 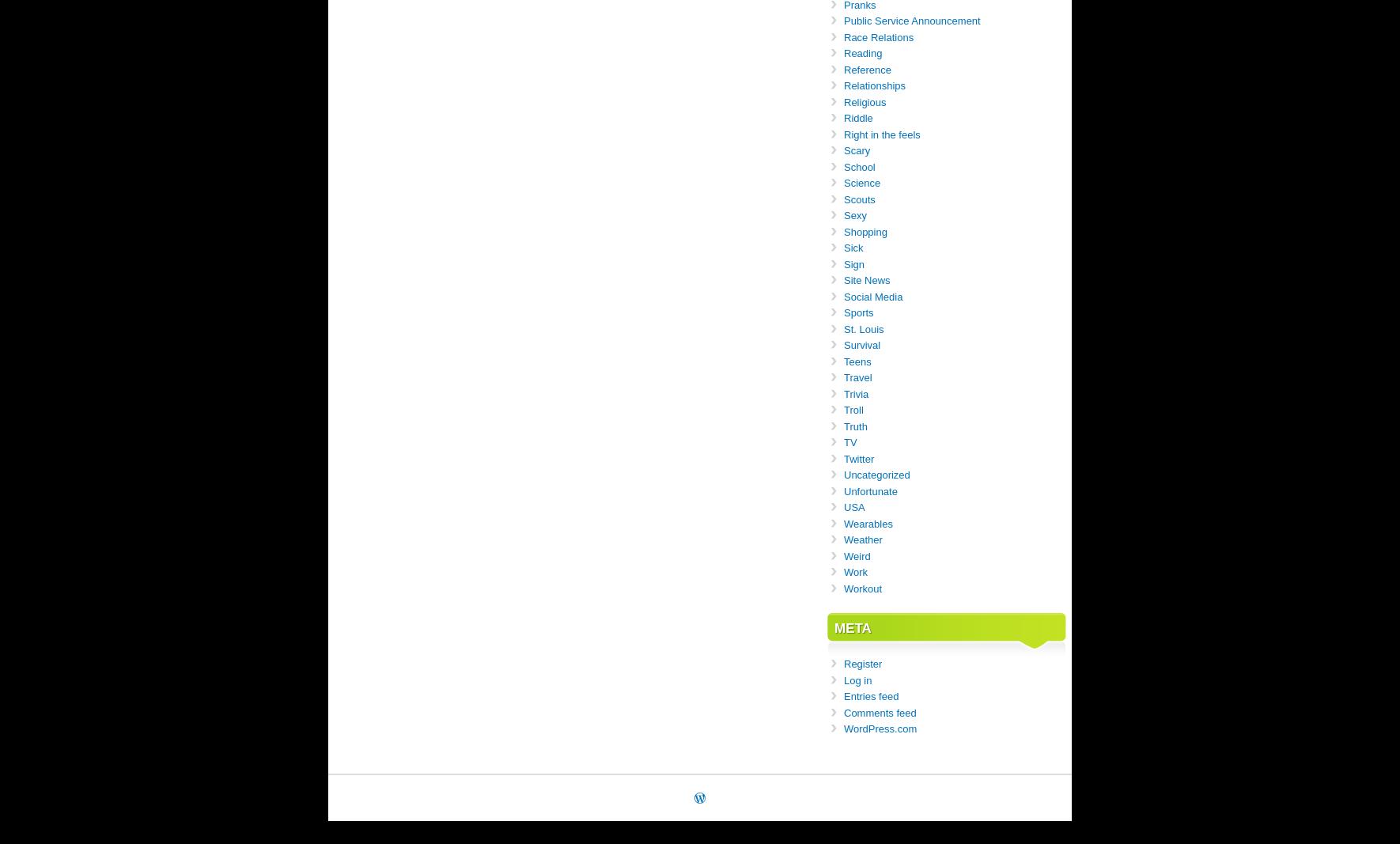 What do you see at coordinates (856, 571) in the screenshot?
I see `'Work'` at bounding box center [856, 571].